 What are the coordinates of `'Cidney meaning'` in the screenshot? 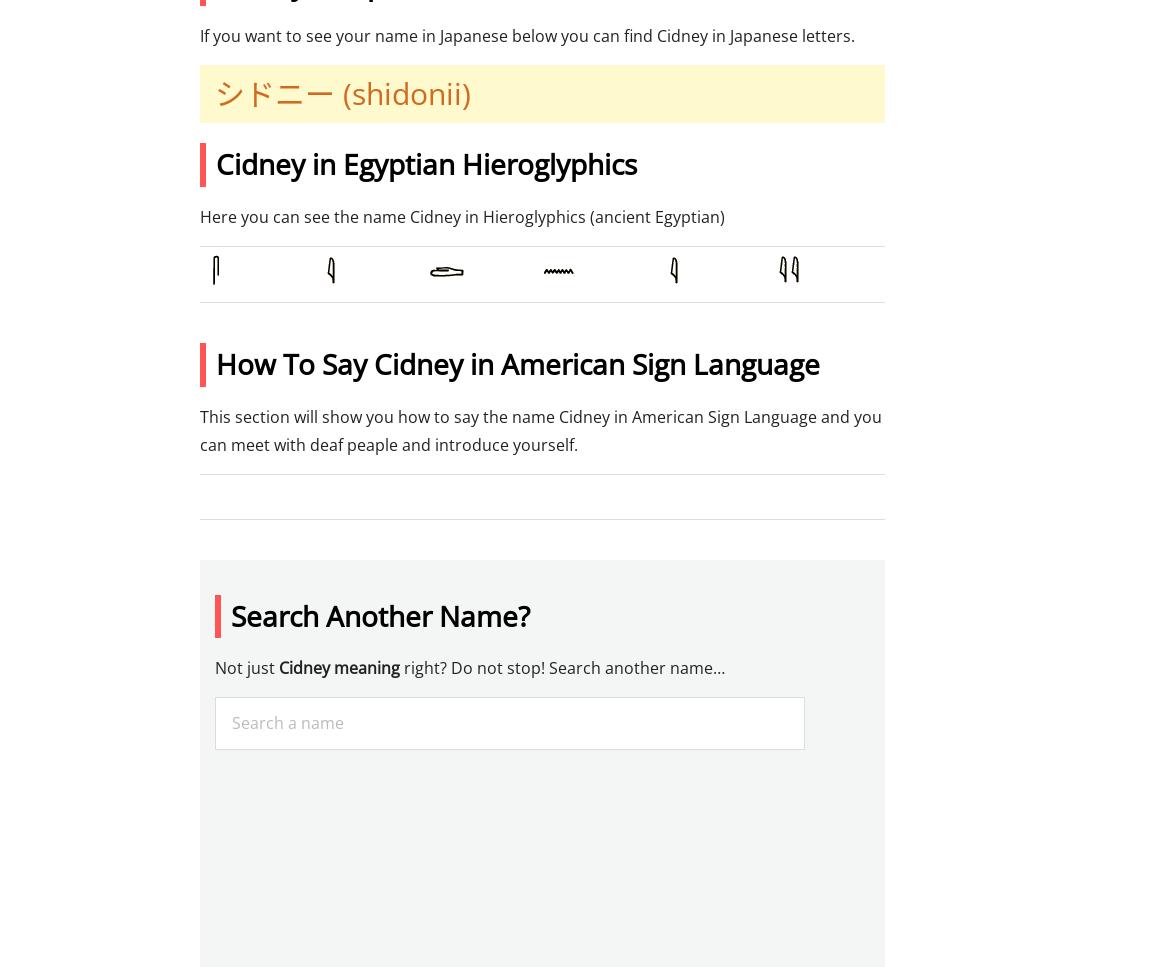 It's located at (339, 667).